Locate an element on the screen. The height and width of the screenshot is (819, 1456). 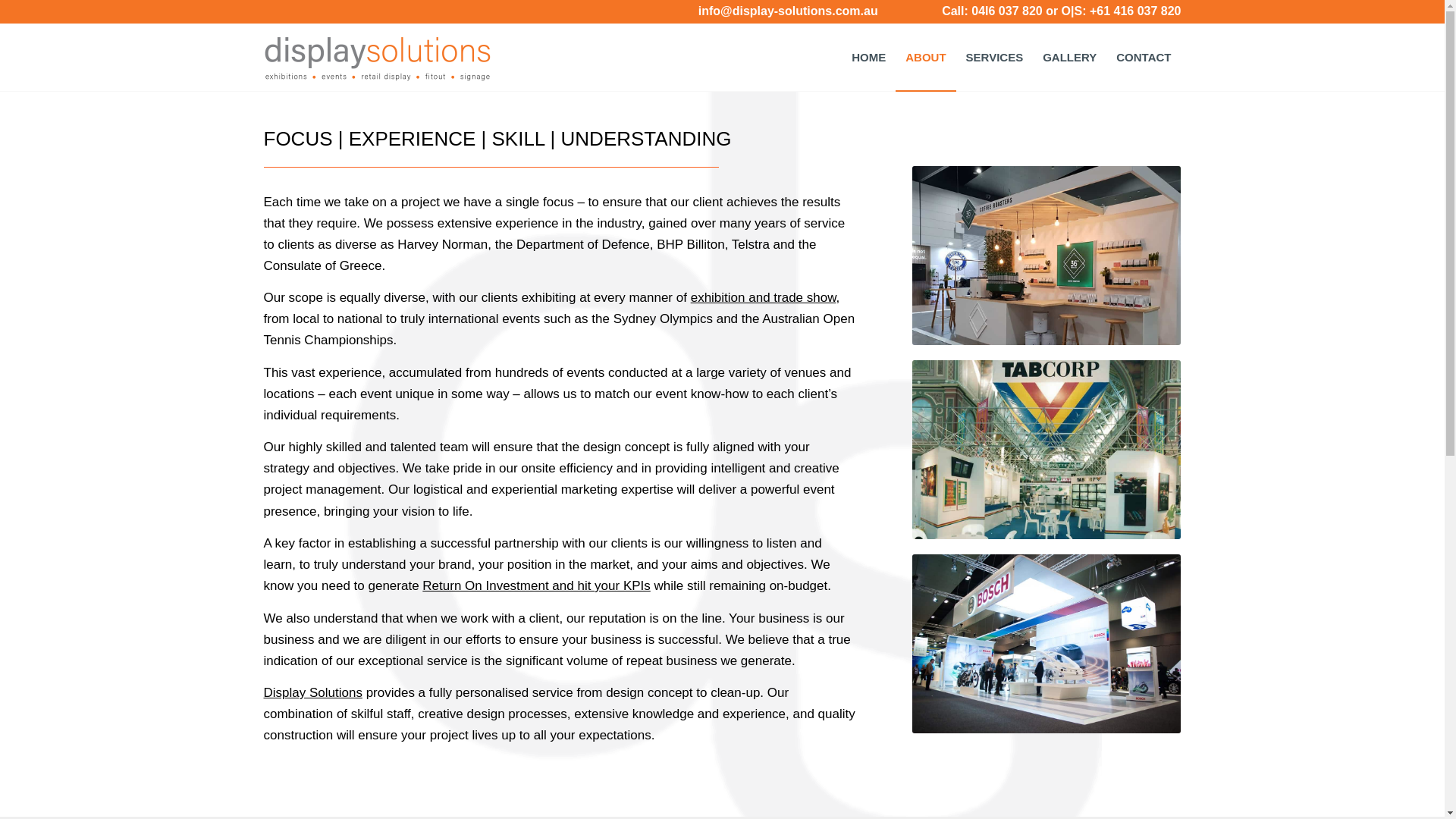
'HOME' is located at coordinates (840, 57).